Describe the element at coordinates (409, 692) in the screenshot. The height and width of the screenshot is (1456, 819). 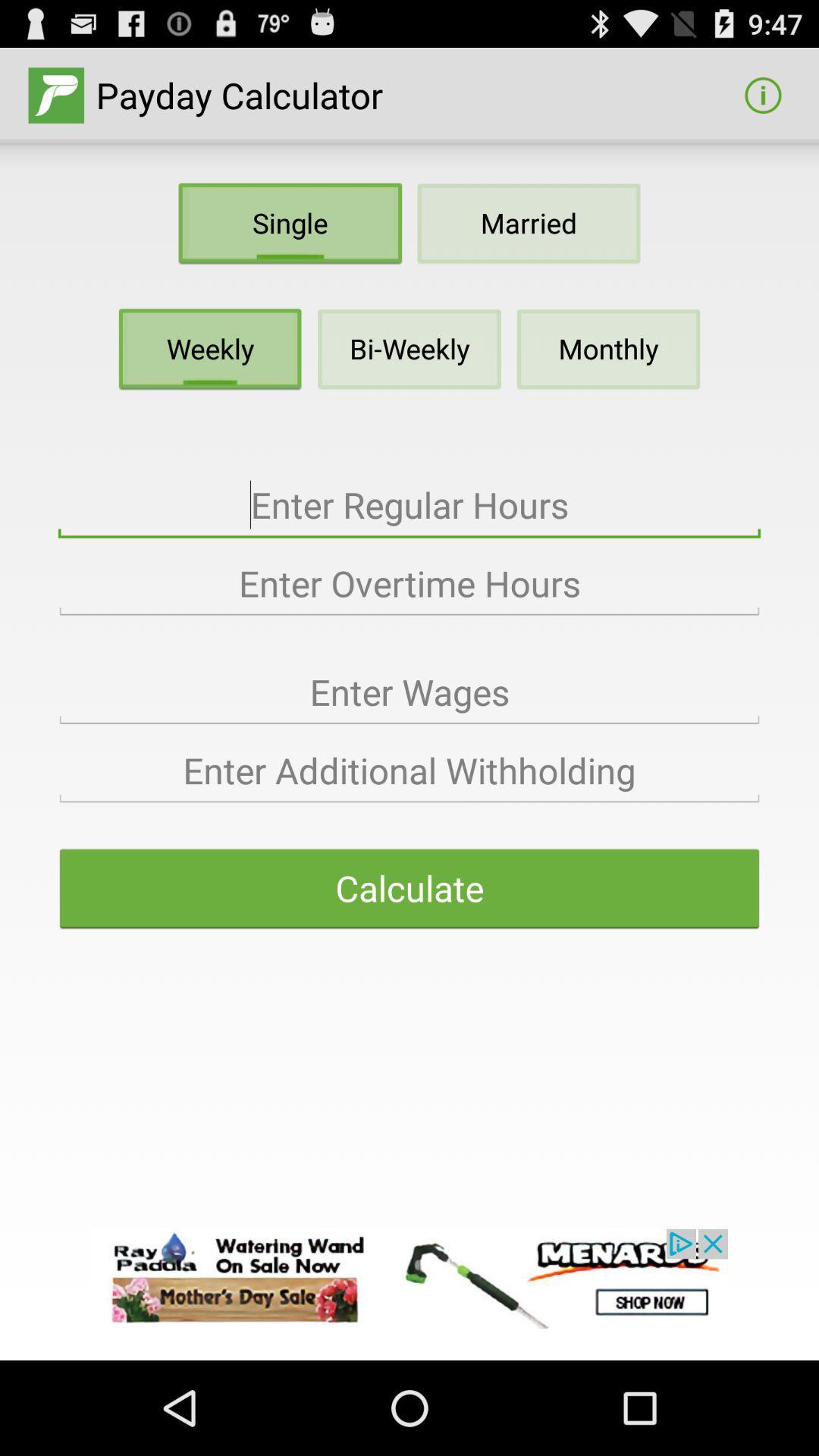
I see `wages` at that location.